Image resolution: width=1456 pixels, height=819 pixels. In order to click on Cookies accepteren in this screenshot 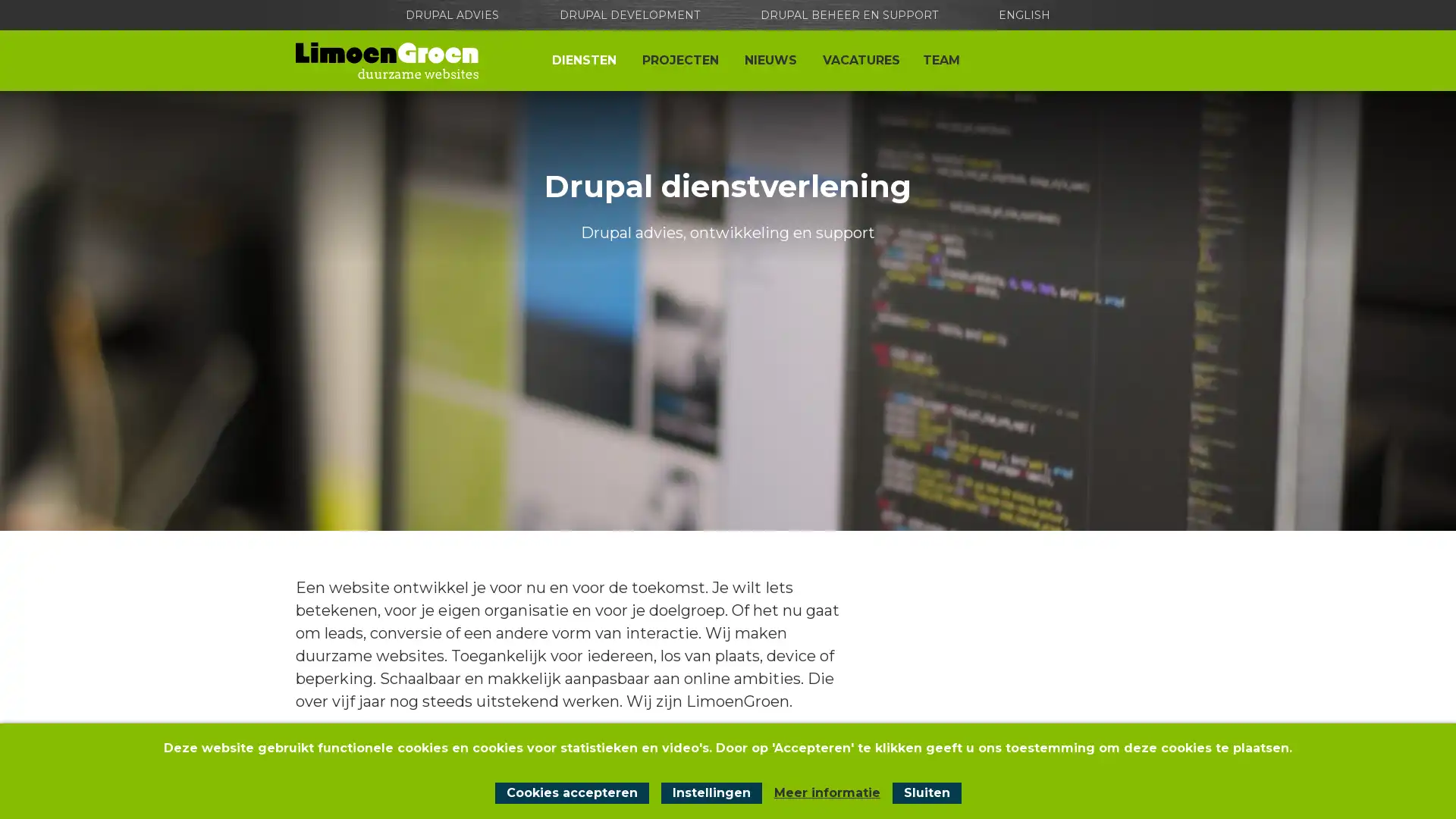, I will do `click(570, 792)`.